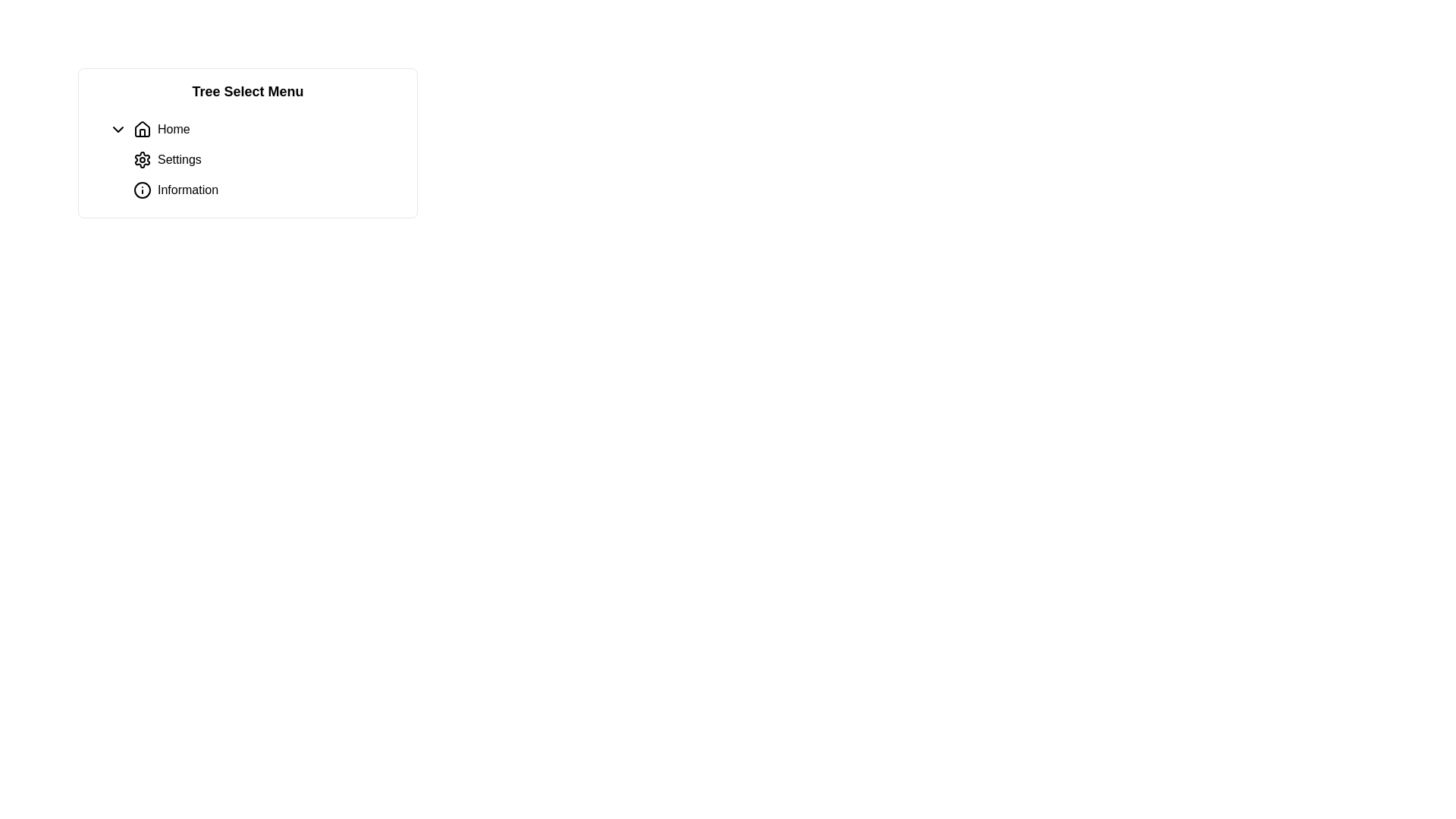  Describe the element at coordinates (254, 160) in the screenshot. I see `the 'Settings' menu entry, which is the second item in the list, positioned below 'Home' and above 'Information'` at that location.